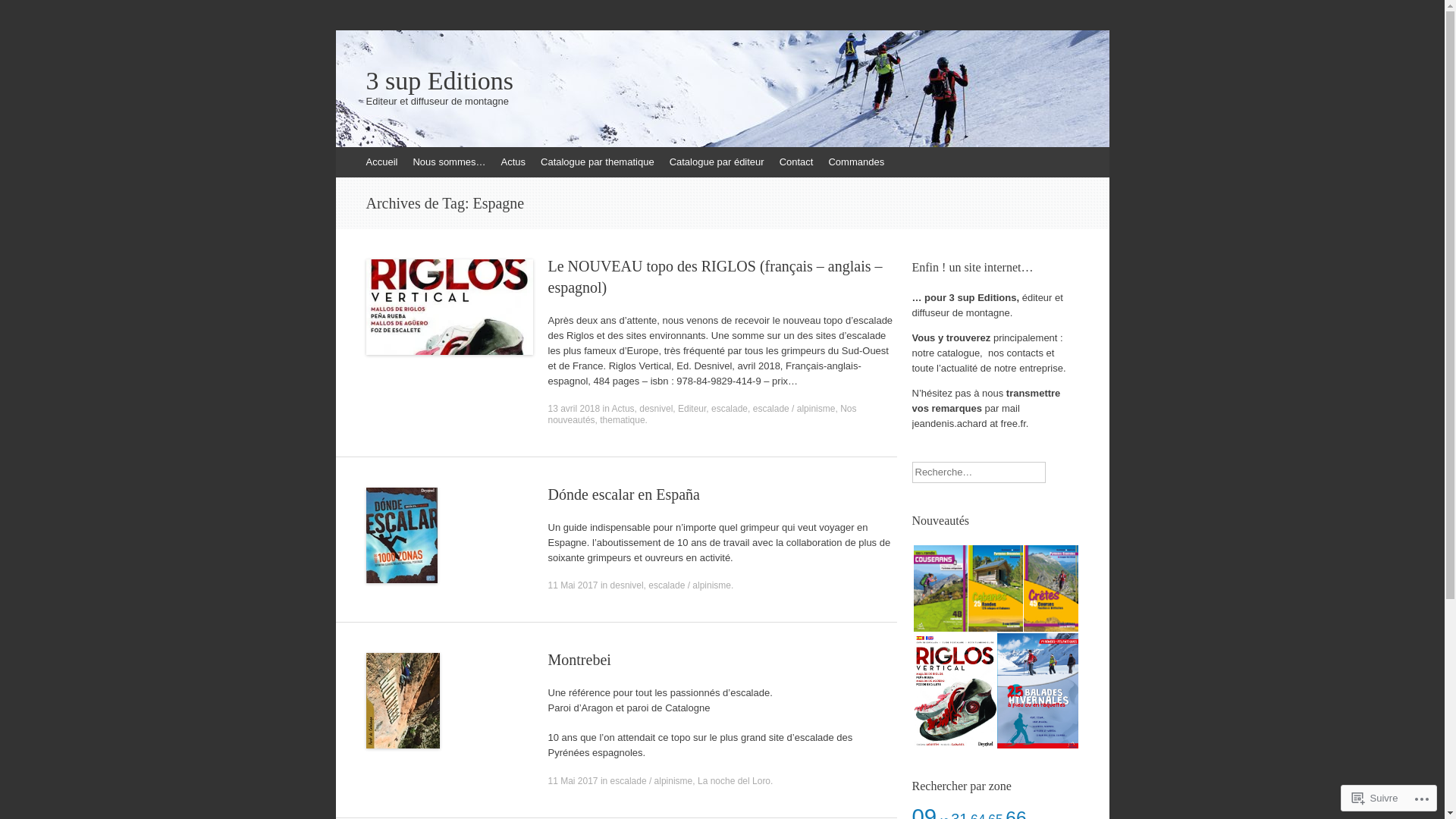 This screenshot has width=1456, height=819. What do you see at coordinates (571, 780) in the screenshot?
I see `'11 Mai 2017'` at bounding box center [571, 780].